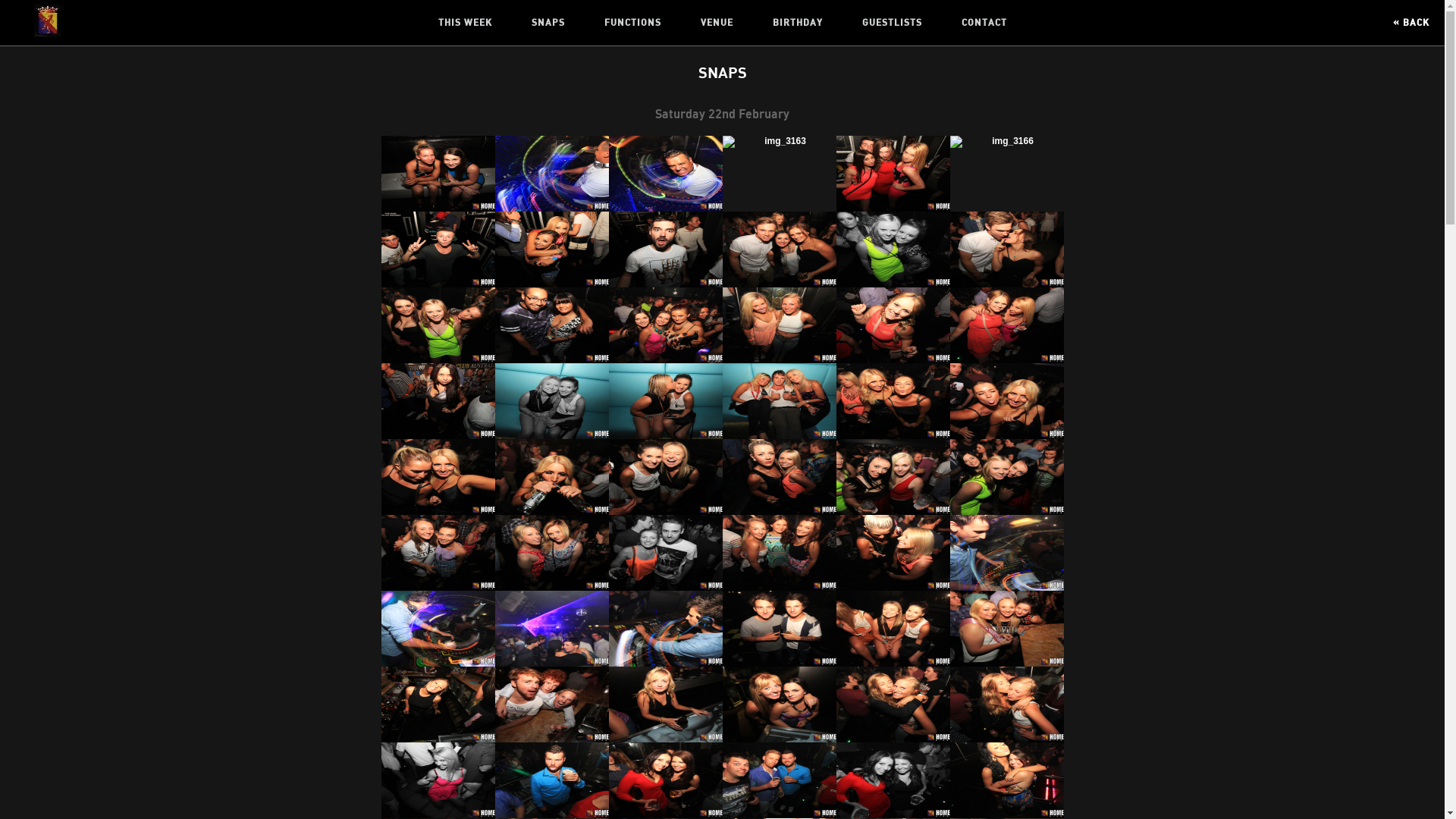  Describe the element at coordinates (665, 248) in the screenshot. I see `' '` at that location.